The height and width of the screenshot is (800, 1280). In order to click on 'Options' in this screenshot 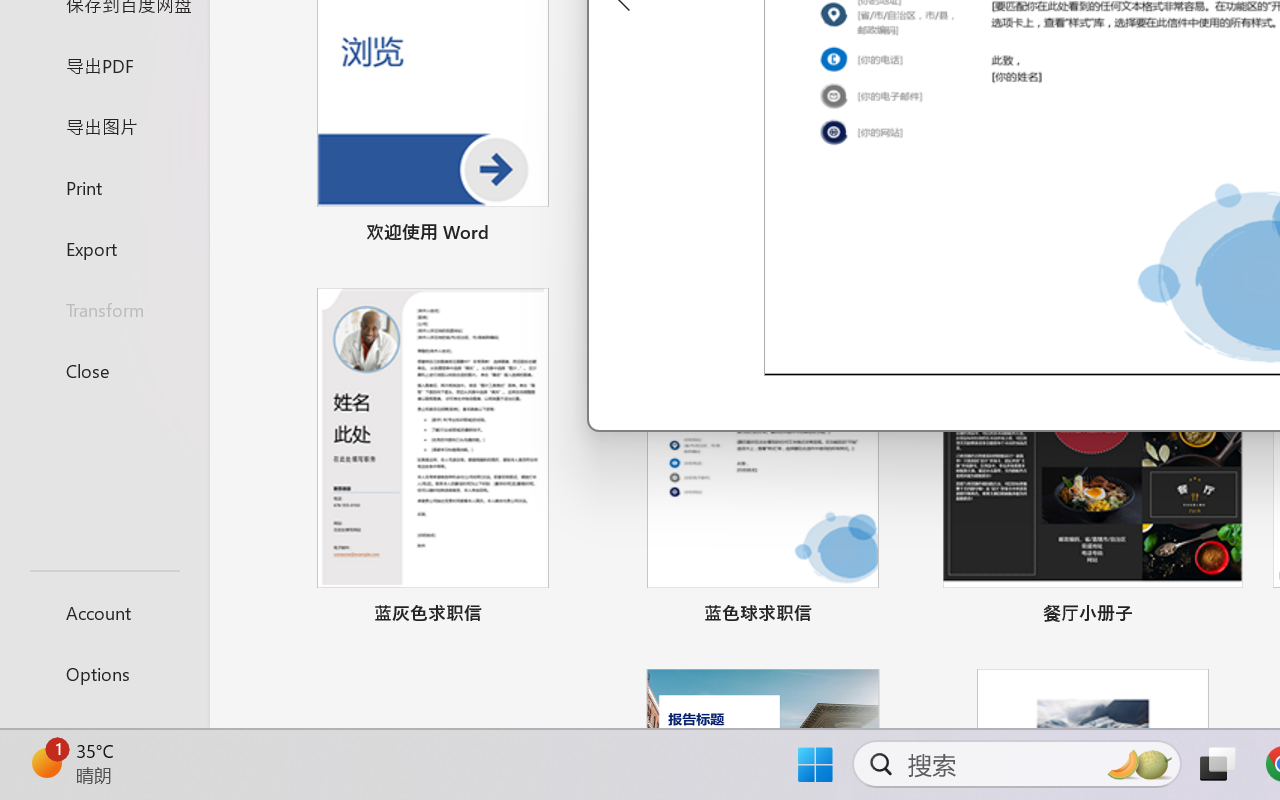, I will do `click(103, 673)`.